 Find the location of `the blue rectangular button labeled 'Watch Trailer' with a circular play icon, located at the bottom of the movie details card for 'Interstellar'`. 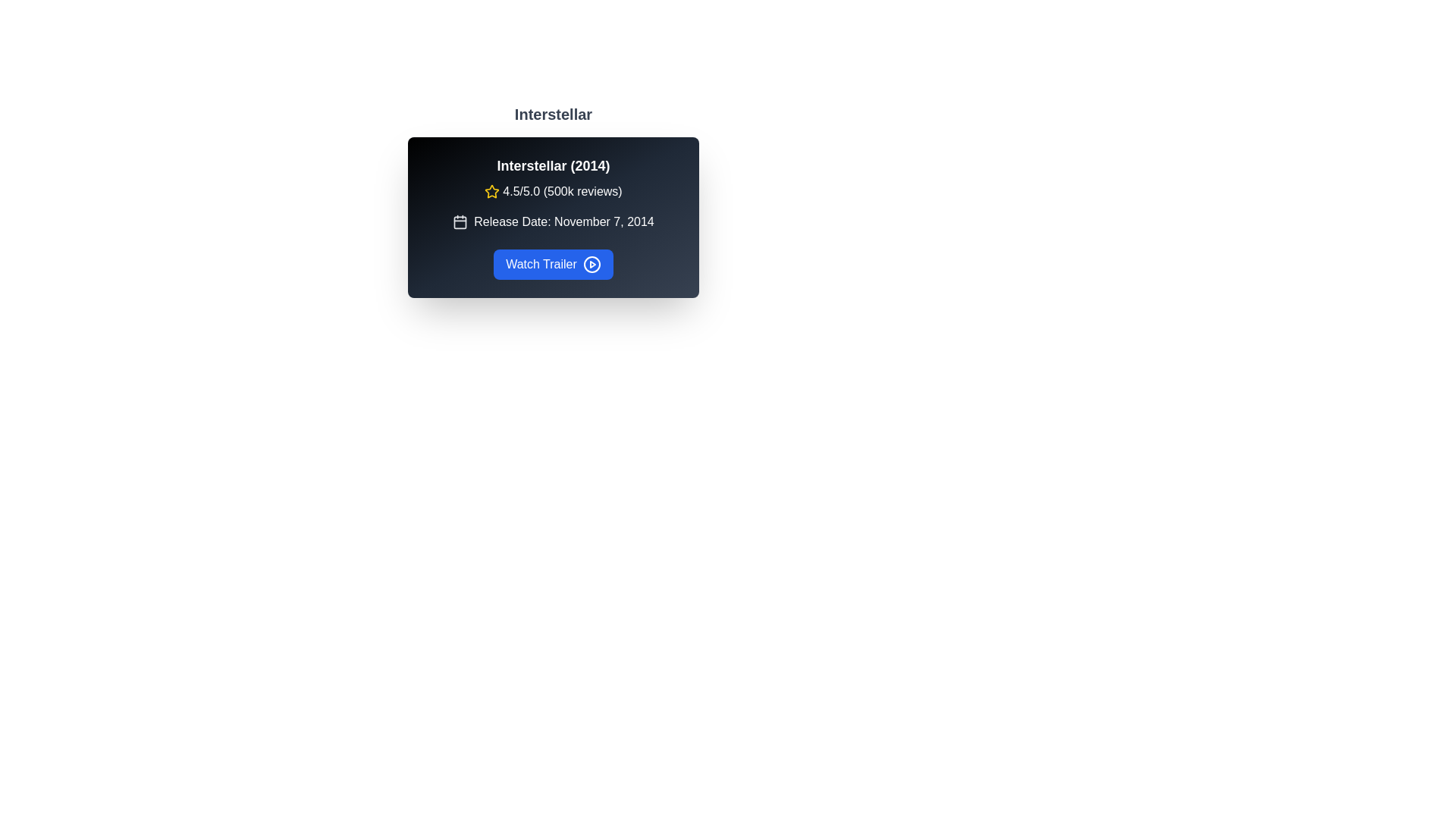

the blue rectangular button labeled 'Watch Trailer' with a circular play icon, located at the bottom of the movie details card for 'Interstellar' is located at coordinates (552, 263).